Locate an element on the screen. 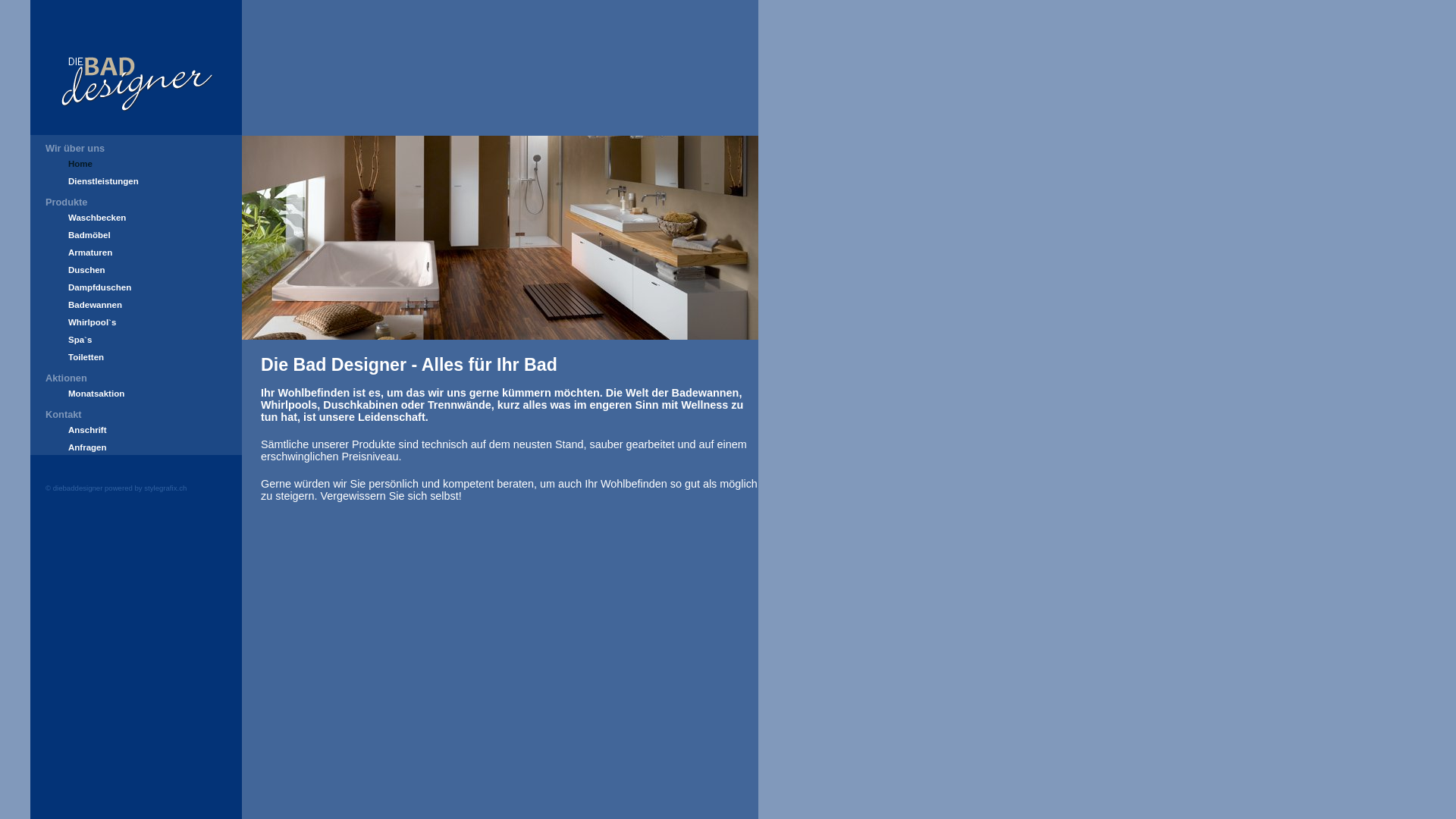 The width and height of the screenshot is (1456, 819). 'Home' is located at coordinates (79, 164).